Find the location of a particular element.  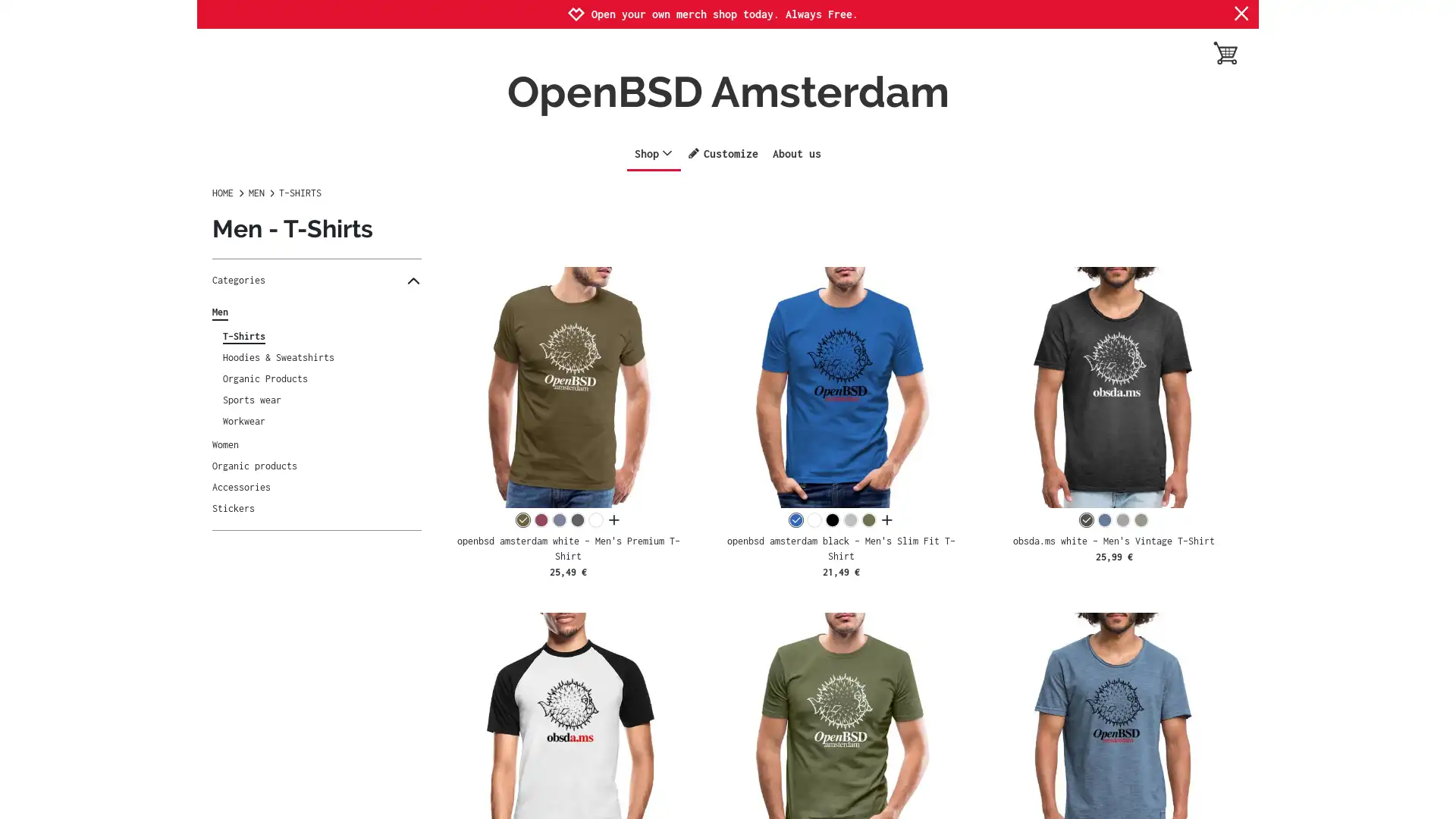

Categories is located at coordinates (315, 281).